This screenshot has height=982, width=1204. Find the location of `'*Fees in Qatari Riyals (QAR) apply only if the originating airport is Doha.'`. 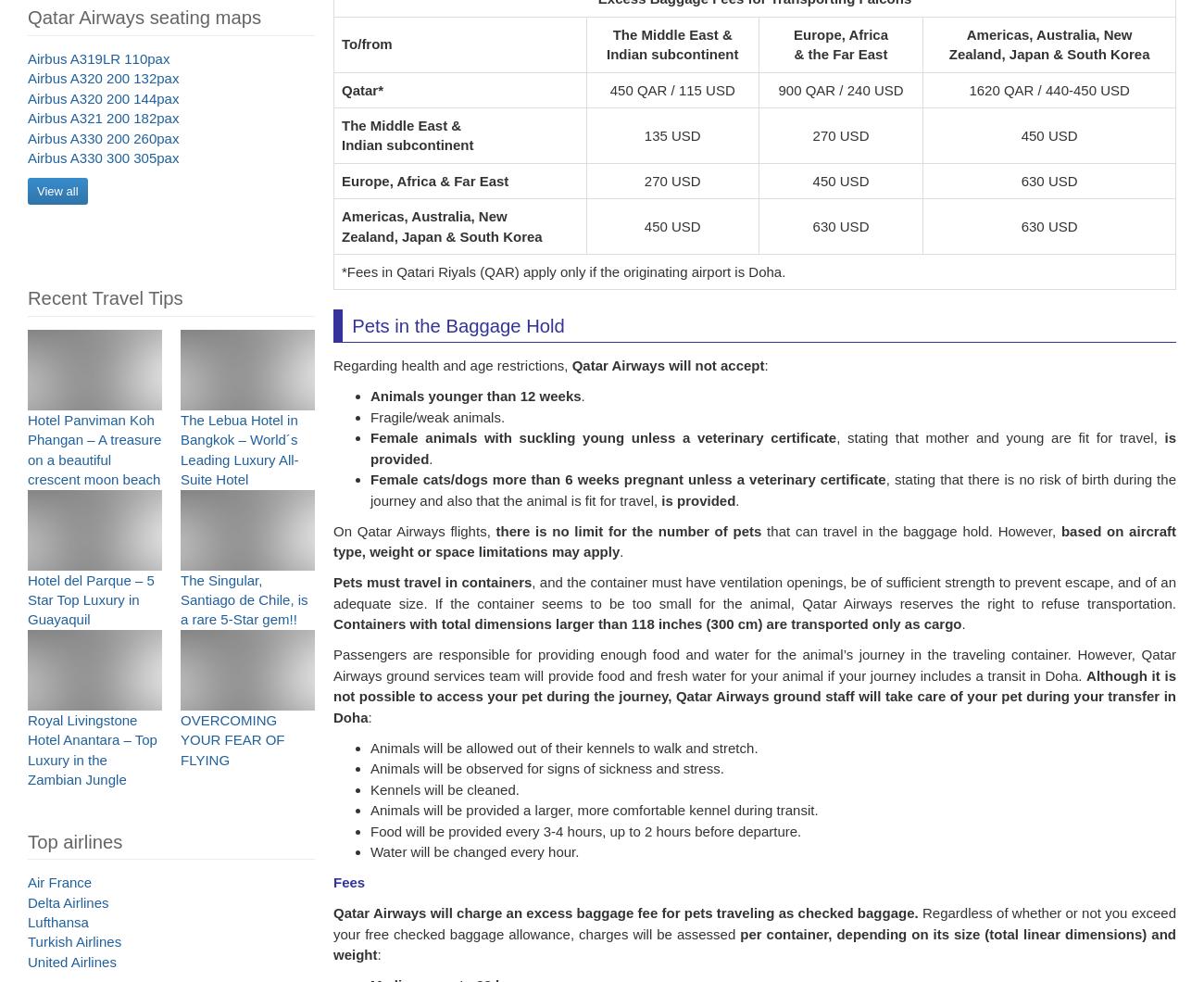

'*Fees in Qatari Riyals (QAR) apply only if the originating airport is Doha.' is located at coordinates (563, 283).